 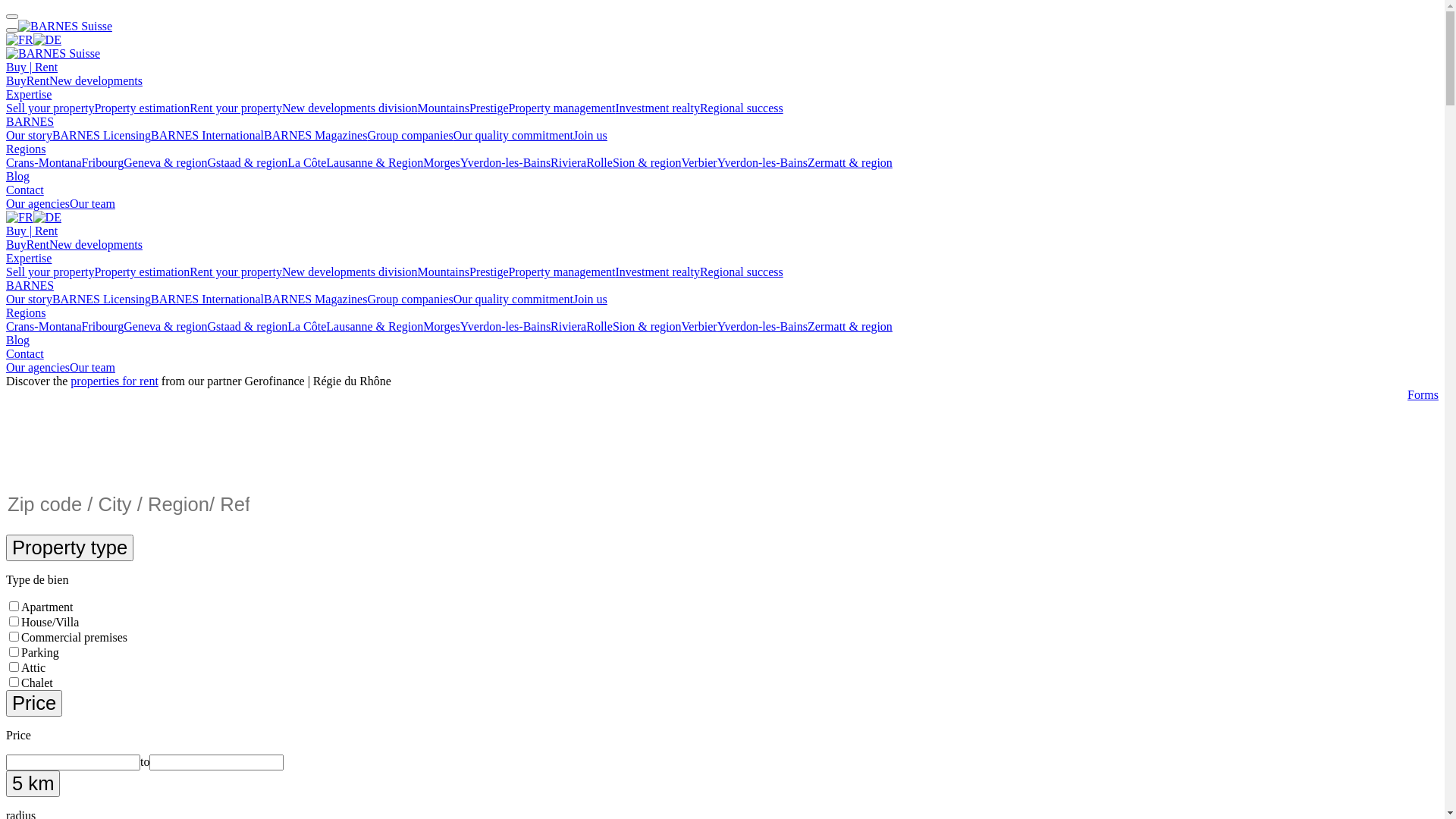 I want to click on 'Buy | Rent', so click(x=6, y=66).